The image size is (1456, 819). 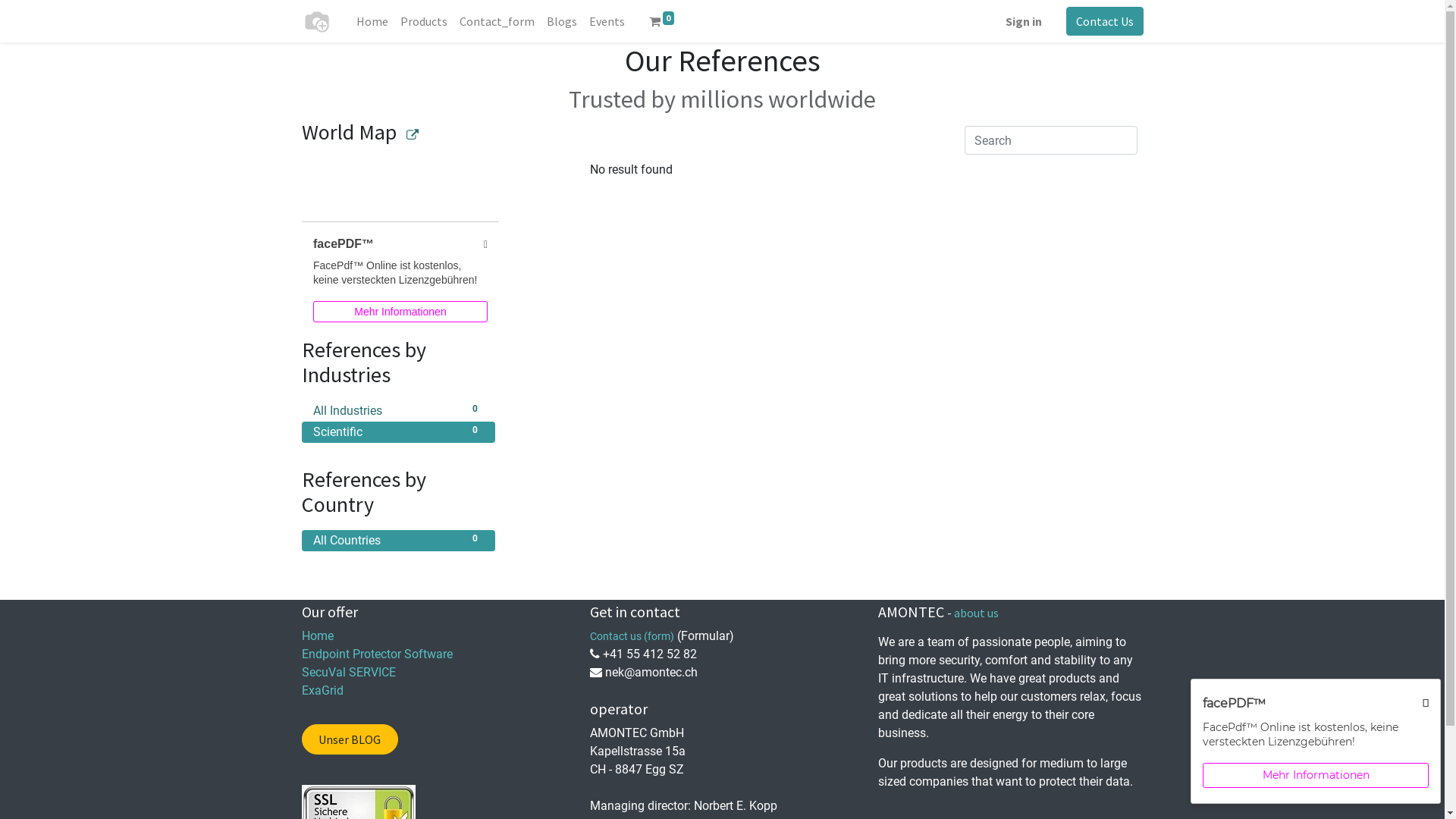 I want to click on 'Contact_form', so click(x=497, y=20).